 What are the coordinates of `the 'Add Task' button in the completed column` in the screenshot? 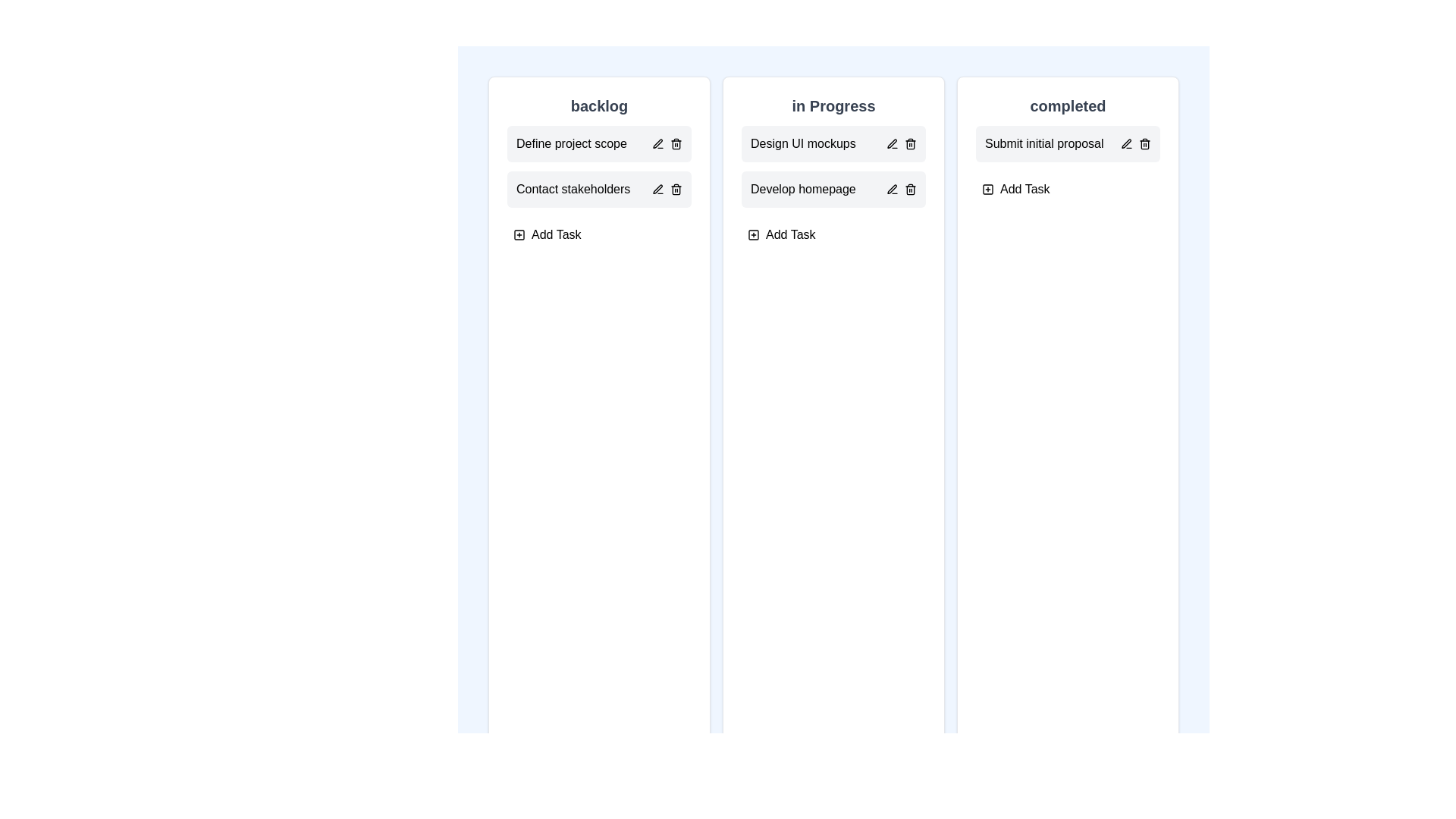 It's located at (1015, 189).